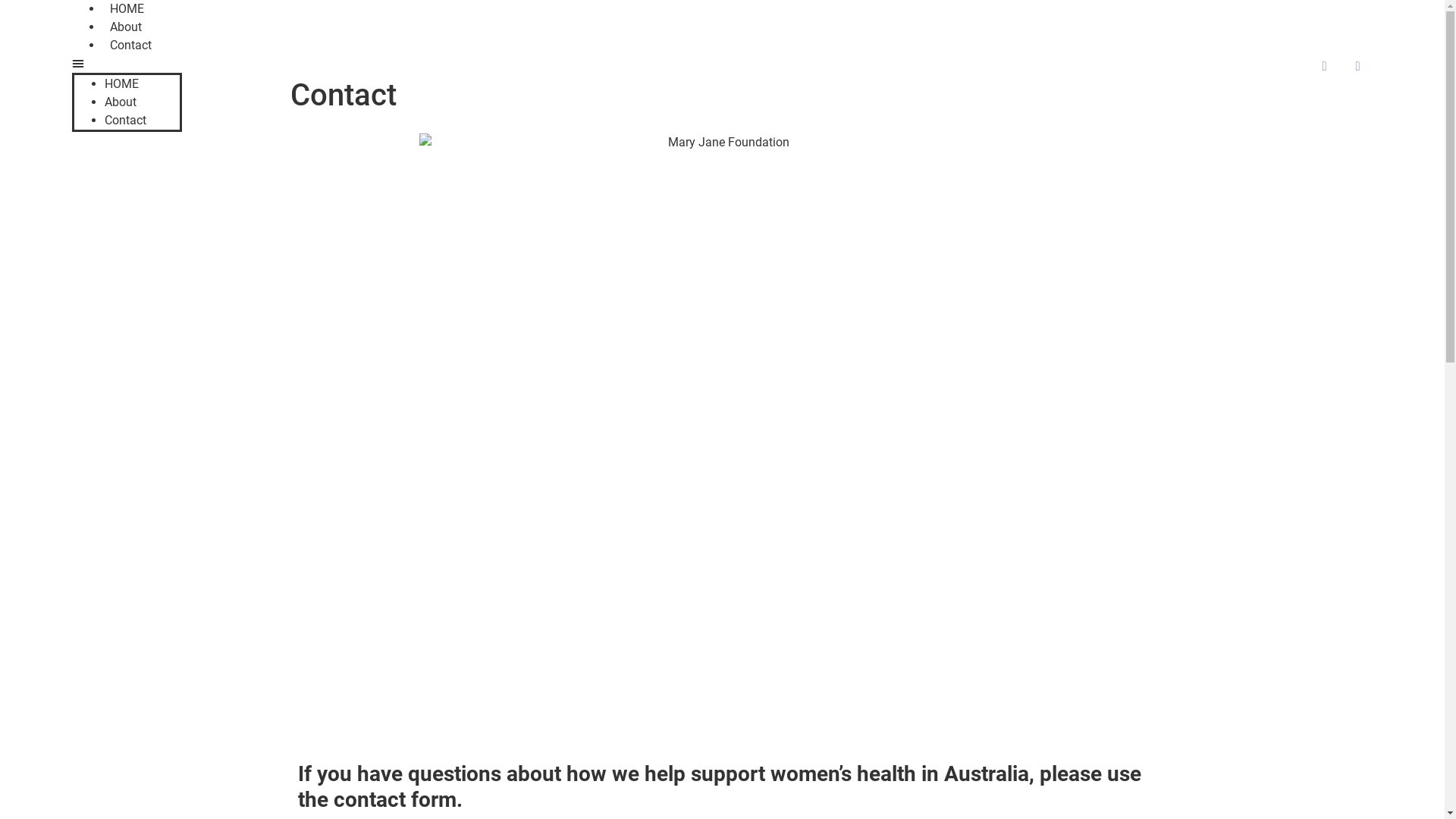 The height and width of the screenshot is (819, 1456). What do you see at coordinates (126, 27) in the screenshot?
I see `'About'` at bounding box center [126, 27].